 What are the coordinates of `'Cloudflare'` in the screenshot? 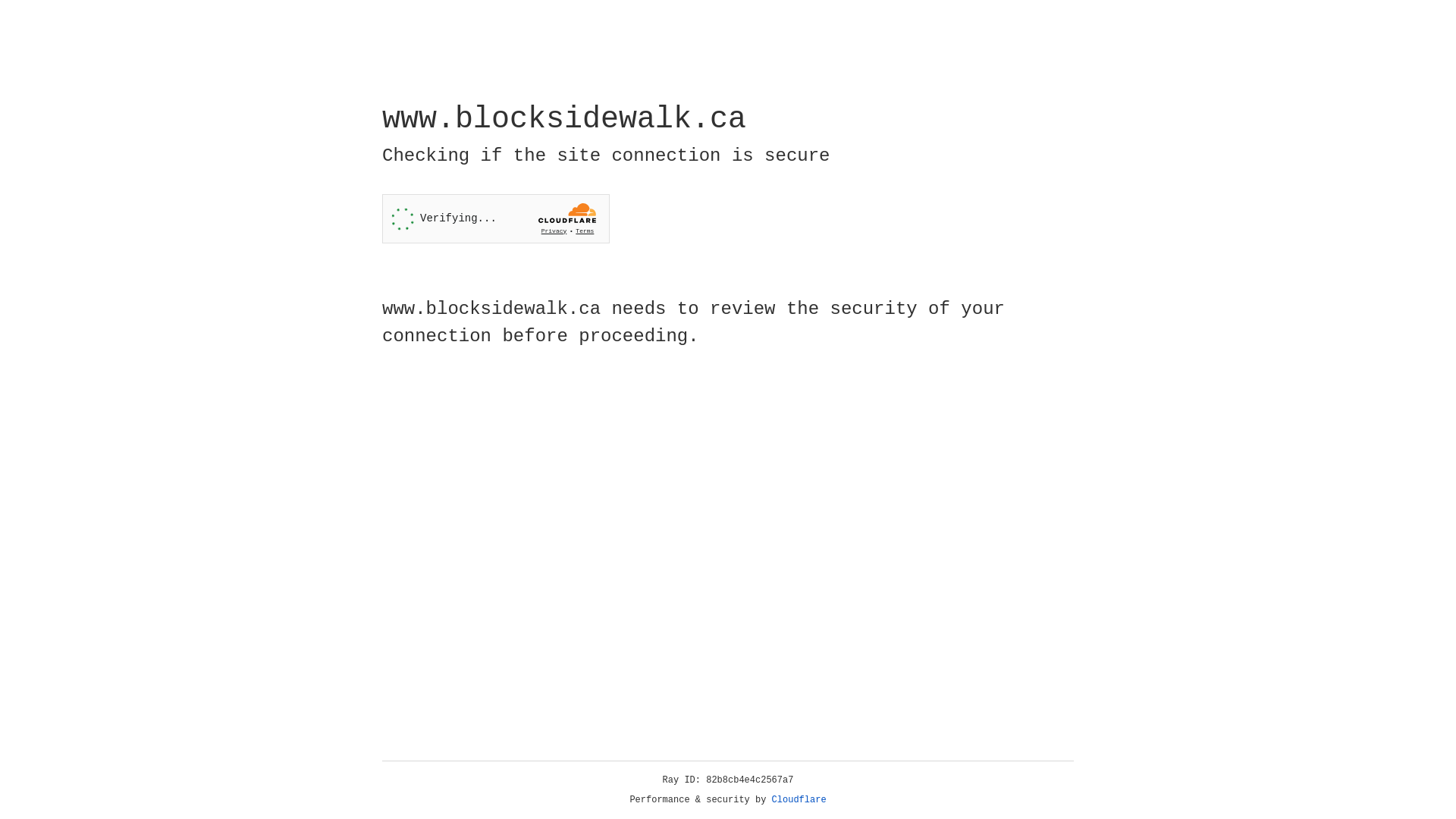 It's located at (799, 799).